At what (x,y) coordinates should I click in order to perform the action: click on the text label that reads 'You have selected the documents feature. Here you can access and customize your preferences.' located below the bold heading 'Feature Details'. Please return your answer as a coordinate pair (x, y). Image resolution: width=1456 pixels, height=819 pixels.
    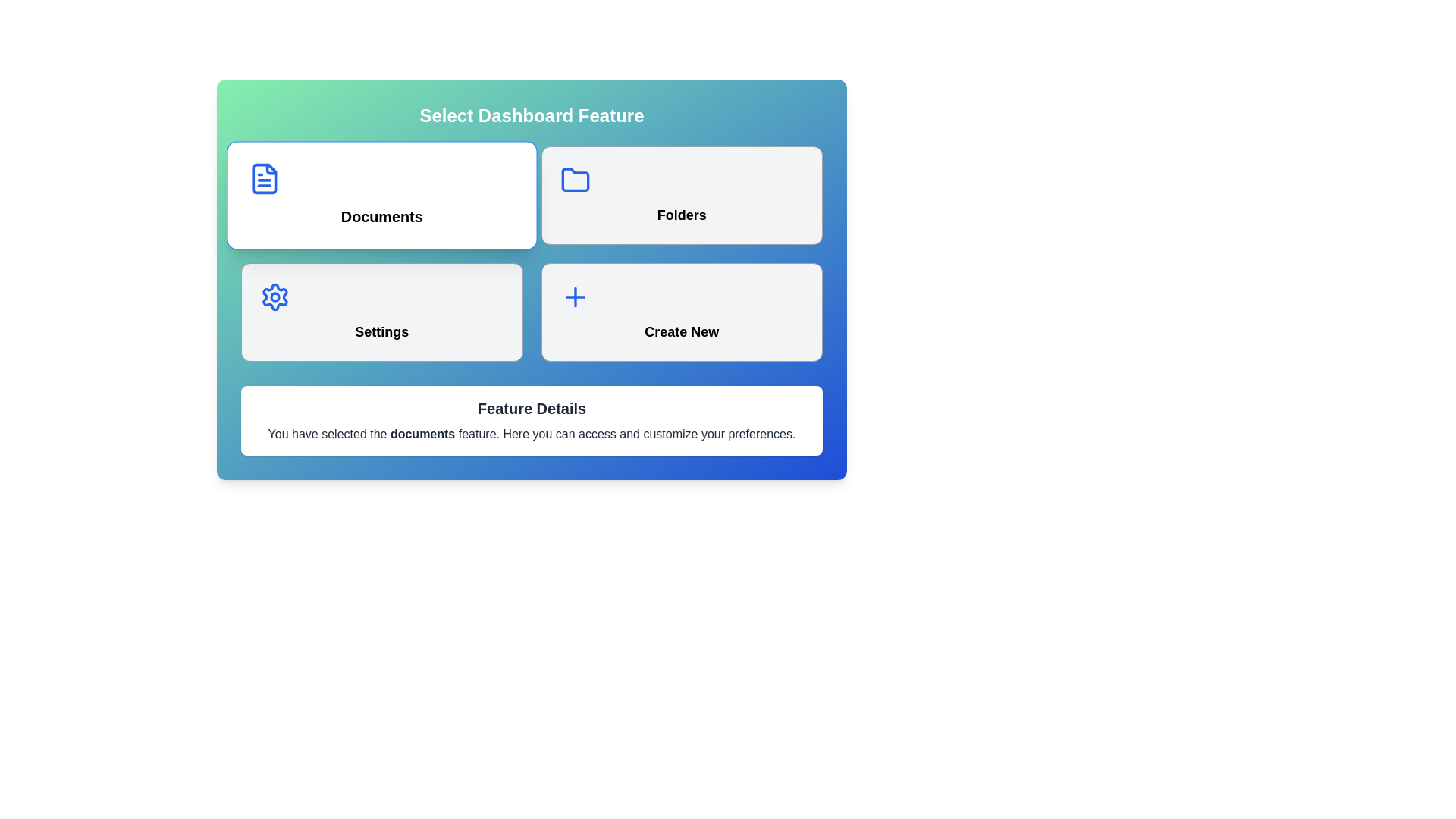
    Looking at the image, I should click on (532, 435).